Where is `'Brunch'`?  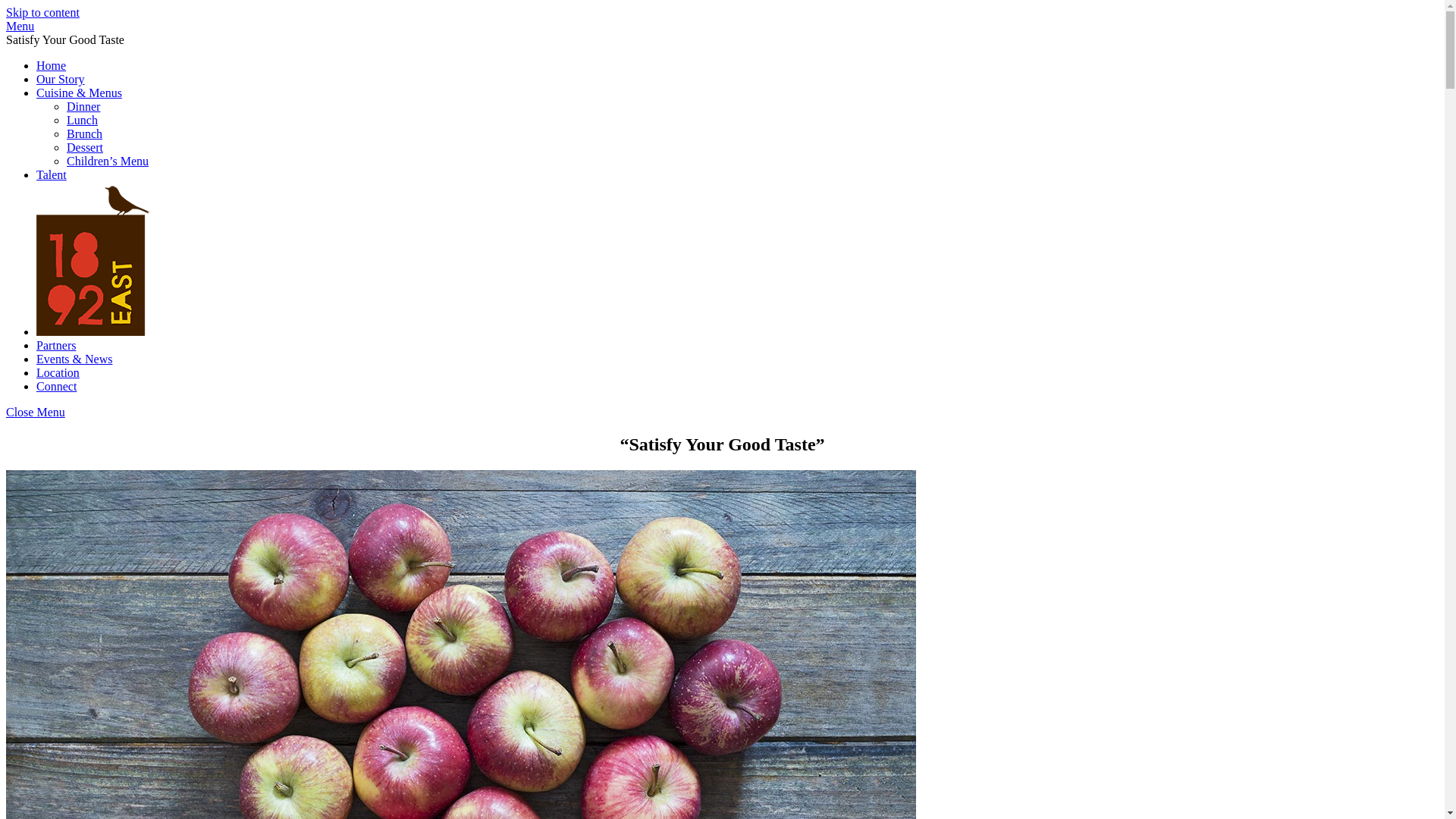
'Brunch' is located at coordinates (83, 133).